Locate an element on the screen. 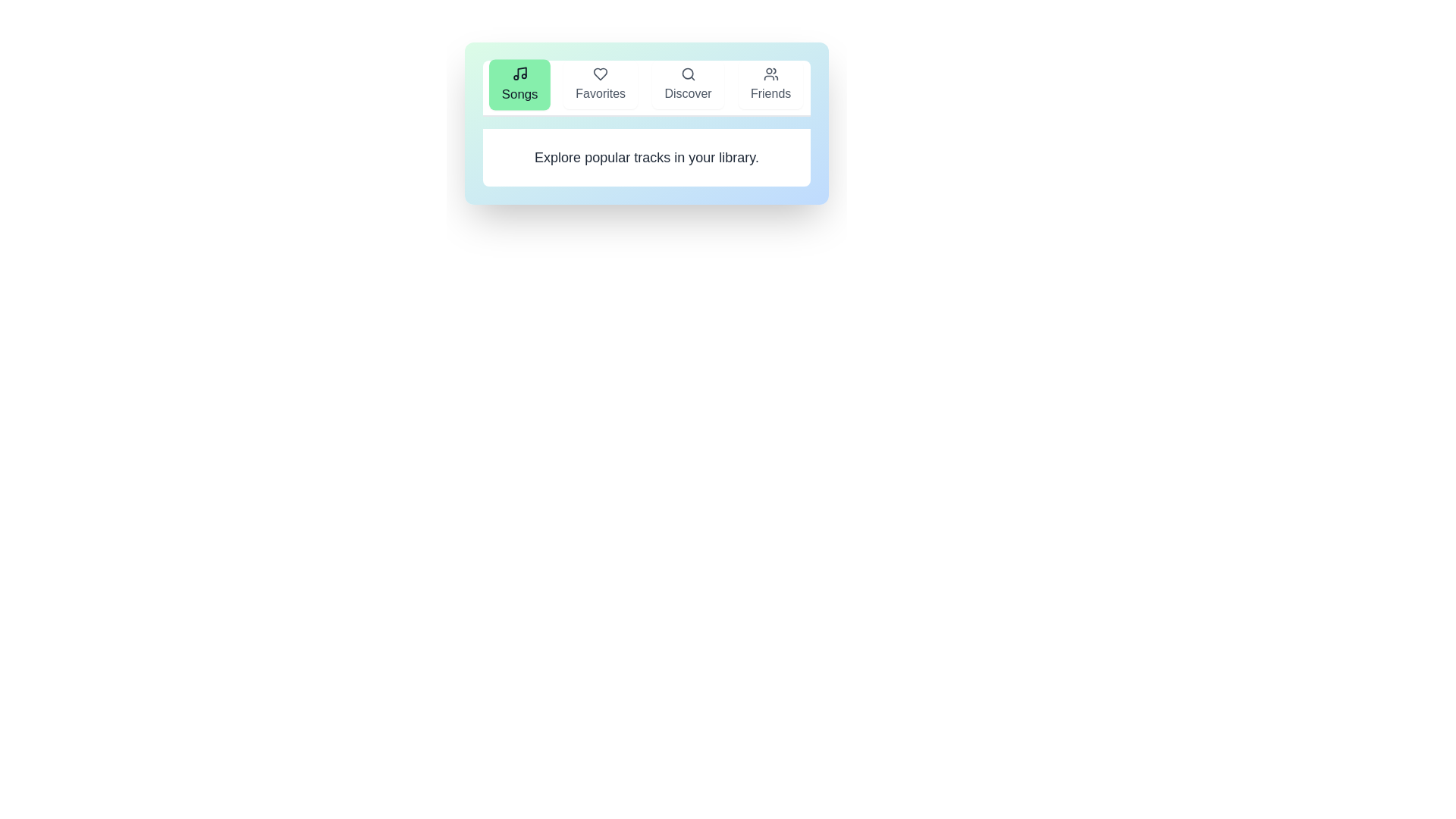 This screenshot has height=819, width=1456. the tab labeled Discover to view its specific content is located at coordinates (687, 84).